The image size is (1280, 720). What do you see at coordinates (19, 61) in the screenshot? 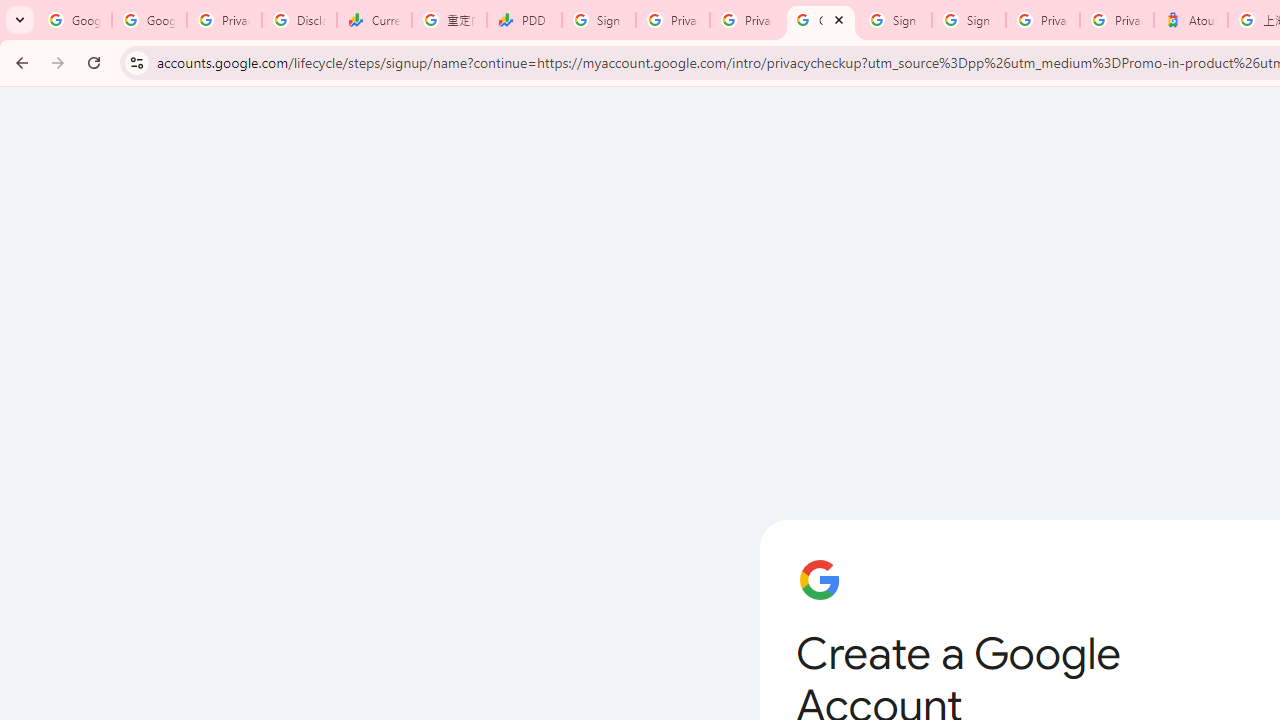
I see `'Back'` at bounding box center [19, 61].